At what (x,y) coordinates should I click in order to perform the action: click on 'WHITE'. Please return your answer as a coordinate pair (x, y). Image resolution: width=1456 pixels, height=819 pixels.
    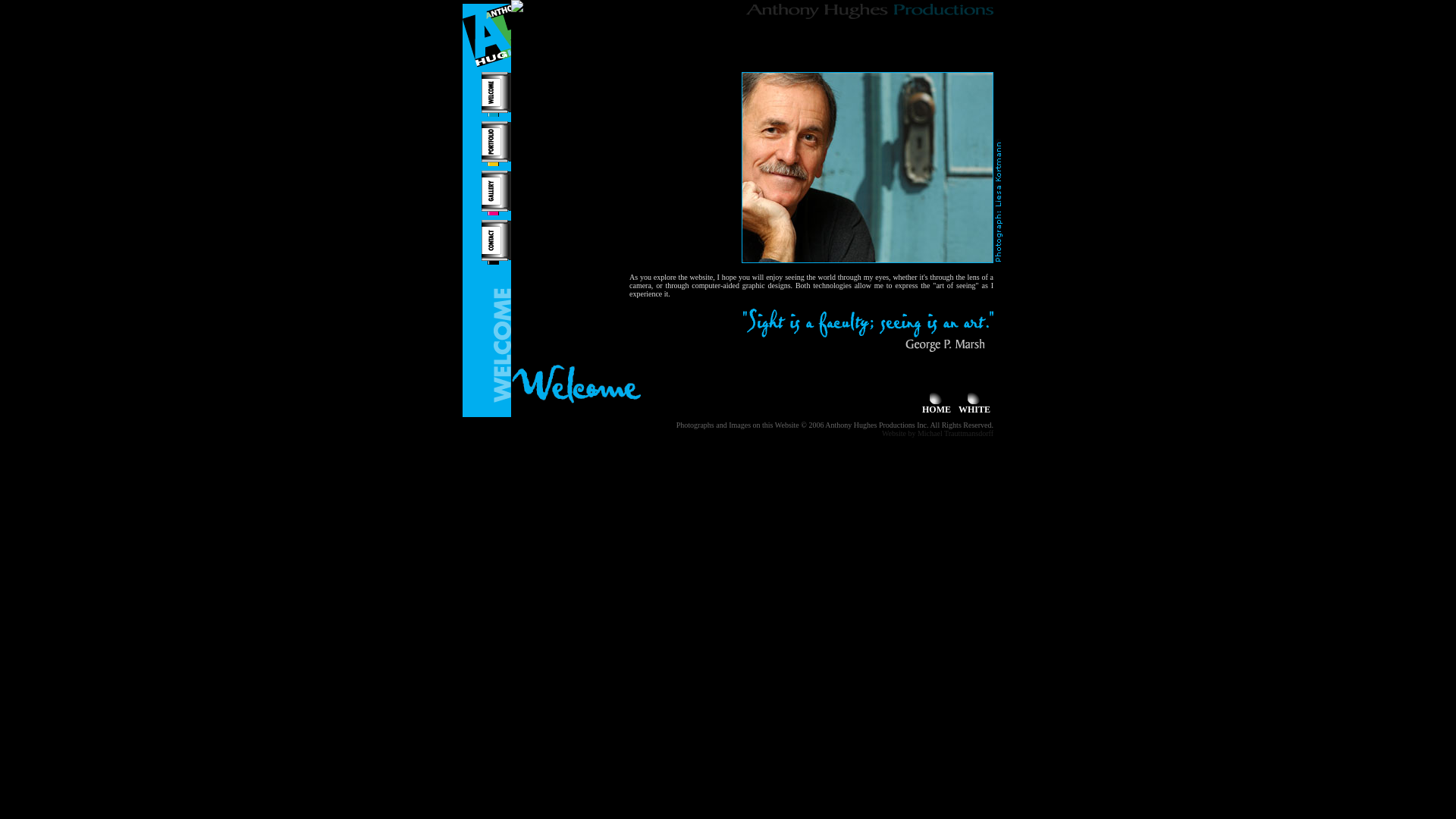
    Looking at the image, I should click on (957, 404).